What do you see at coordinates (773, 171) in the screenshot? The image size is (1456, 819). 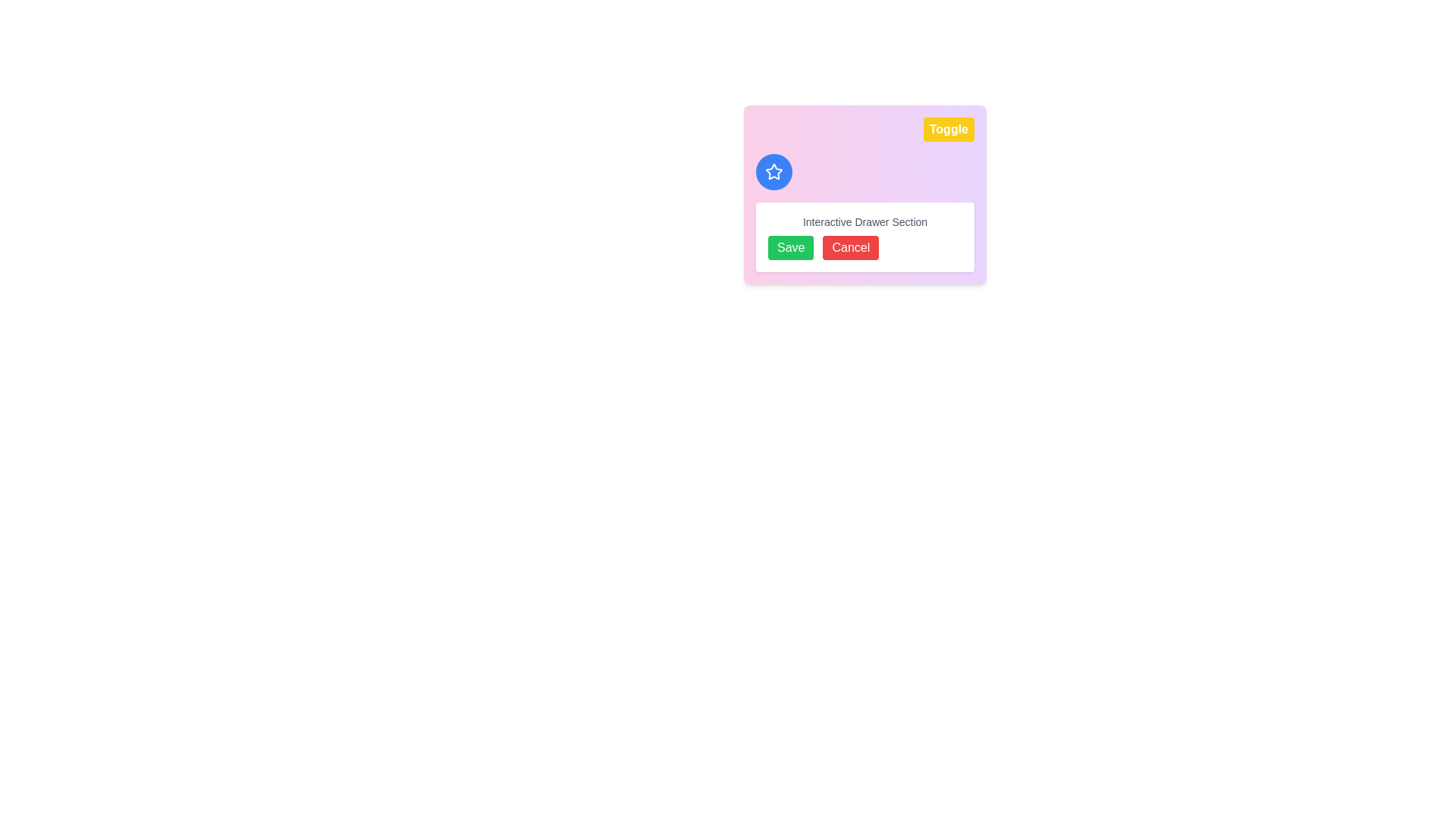 I see `the star icon located in the upper left section of the colored gradient block, which symbolizes favoriting or highlighting` at bounding box center [773, 171].